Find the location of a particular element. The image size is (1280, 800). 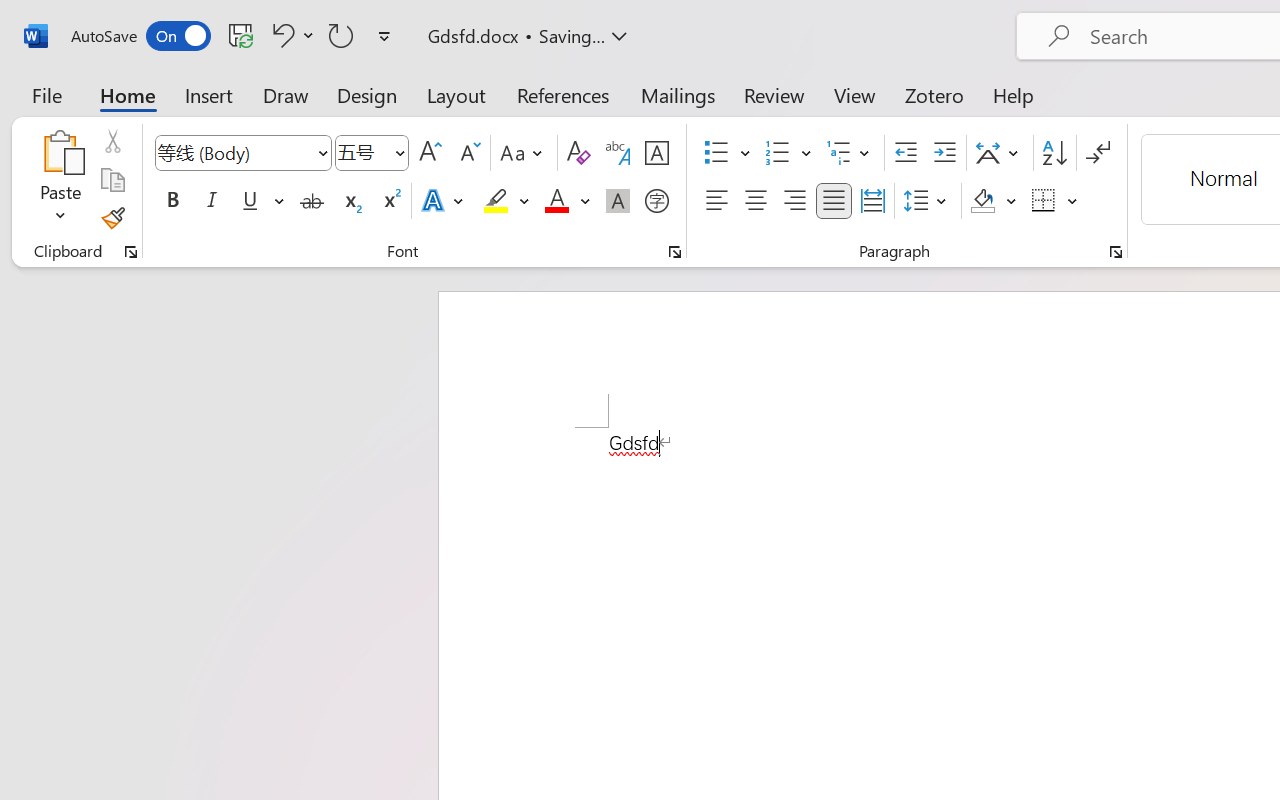

'Distributed' is located at coordinates (872, 201).